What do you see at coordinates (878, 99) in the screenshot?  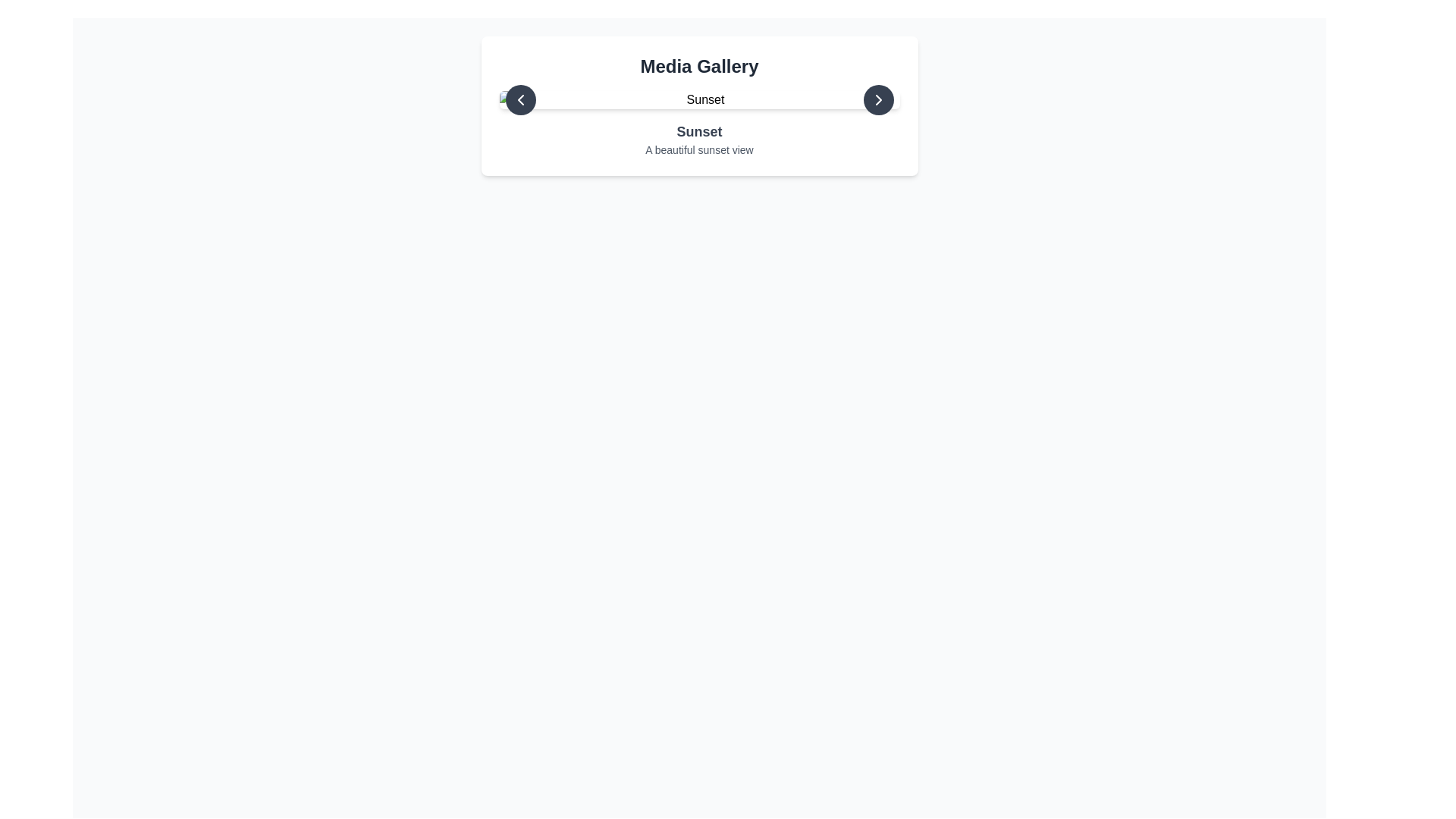 I see `the right navigation arrow icon` at bounding box center [878, 99].